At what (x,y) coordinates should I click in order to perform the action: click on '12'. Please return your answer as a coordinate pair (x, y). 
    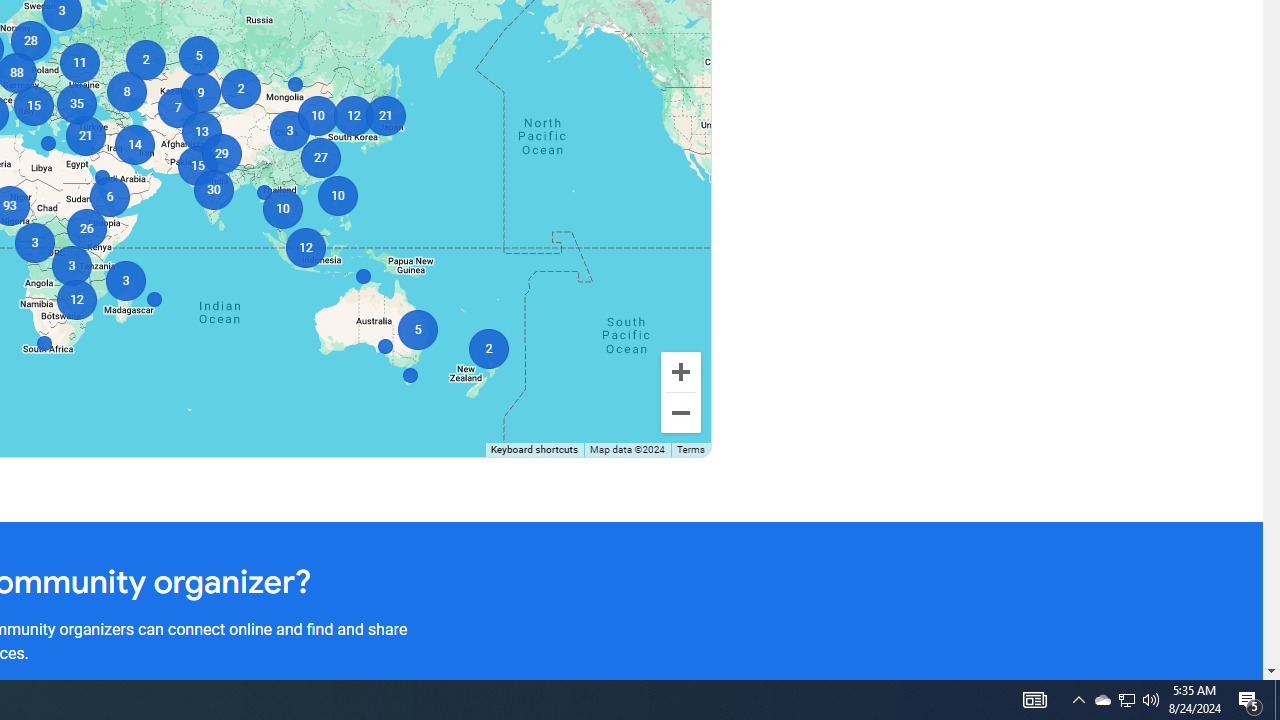
    Looking at the image, I should click on (304, 247).